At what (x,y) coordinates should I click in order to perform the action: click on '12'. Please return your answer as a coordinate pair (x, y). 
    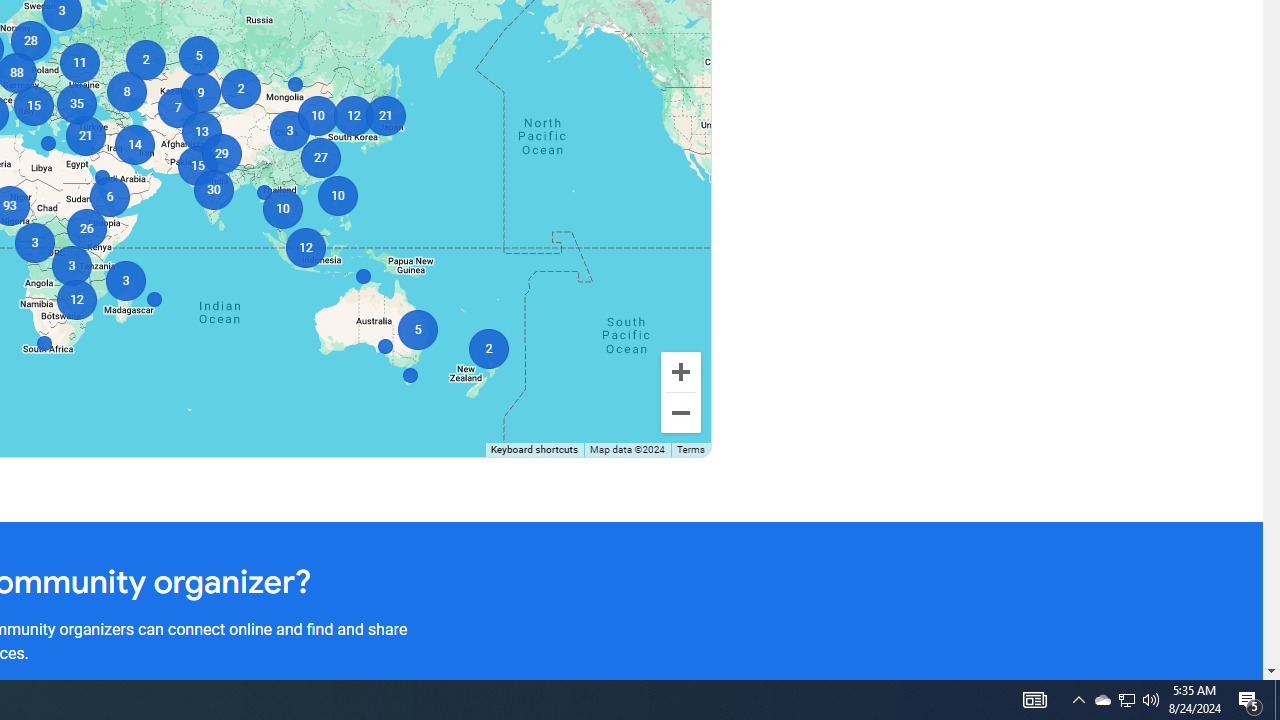
    Looking at the image, I should click on (304, 247).